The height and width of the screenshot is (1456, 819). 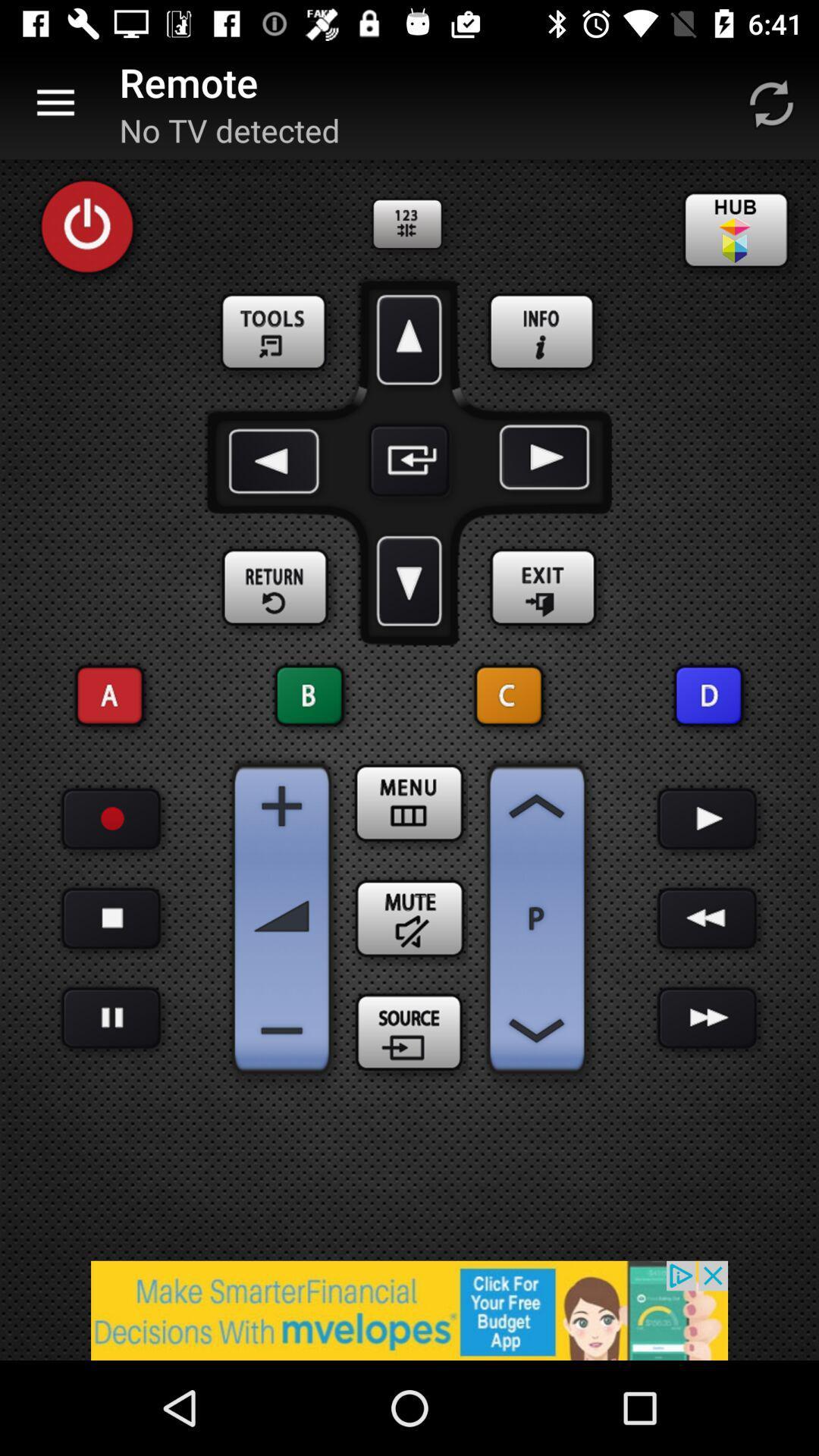 What do you see at coordinates (708, 918) in the screenshot?
I see `go back` at bounding box center [708, 918].